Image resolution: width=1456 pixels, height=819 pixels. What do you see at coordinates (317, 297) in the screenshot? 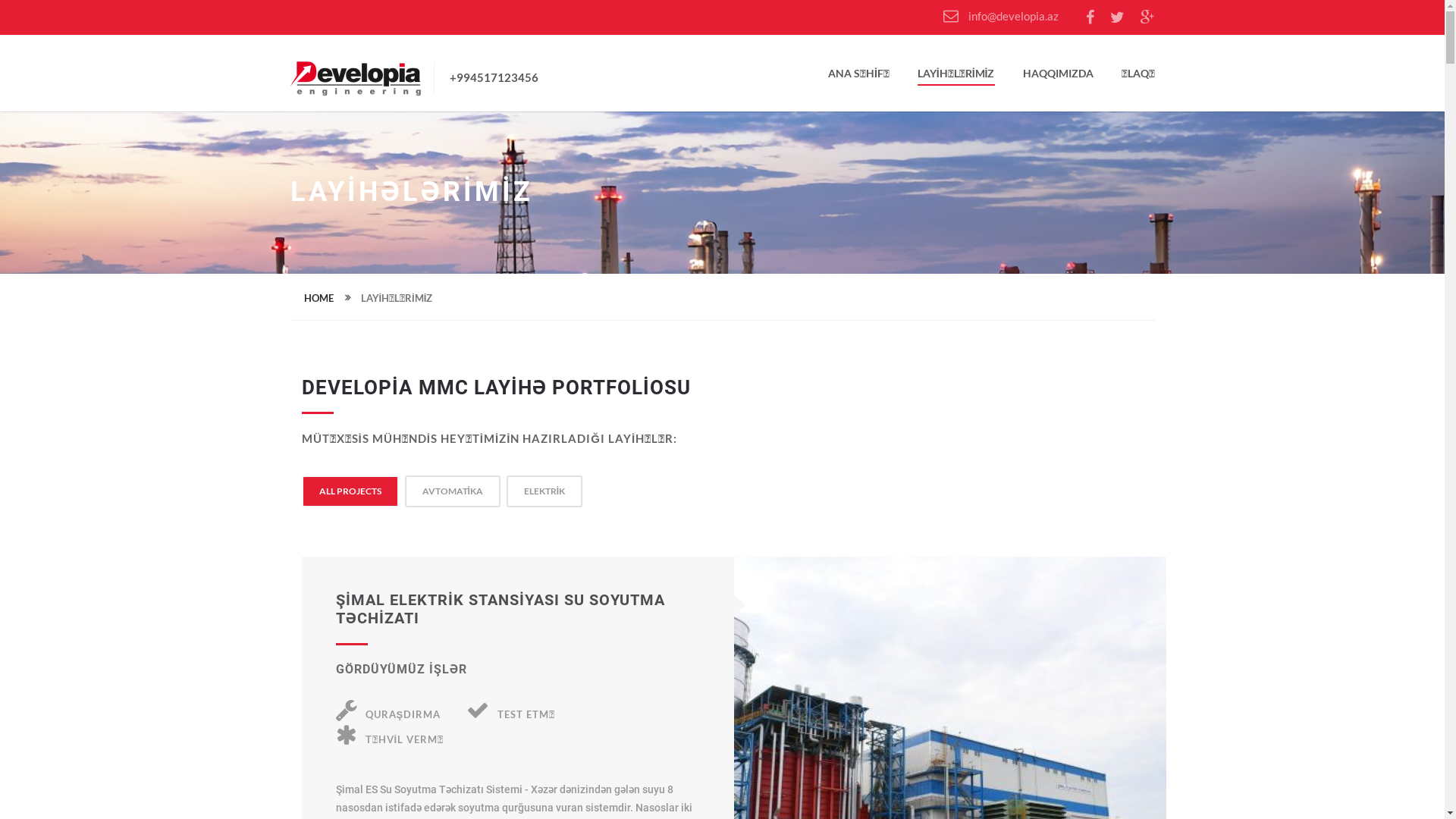
I see `'HOME'` at bounding box center [317, 297].